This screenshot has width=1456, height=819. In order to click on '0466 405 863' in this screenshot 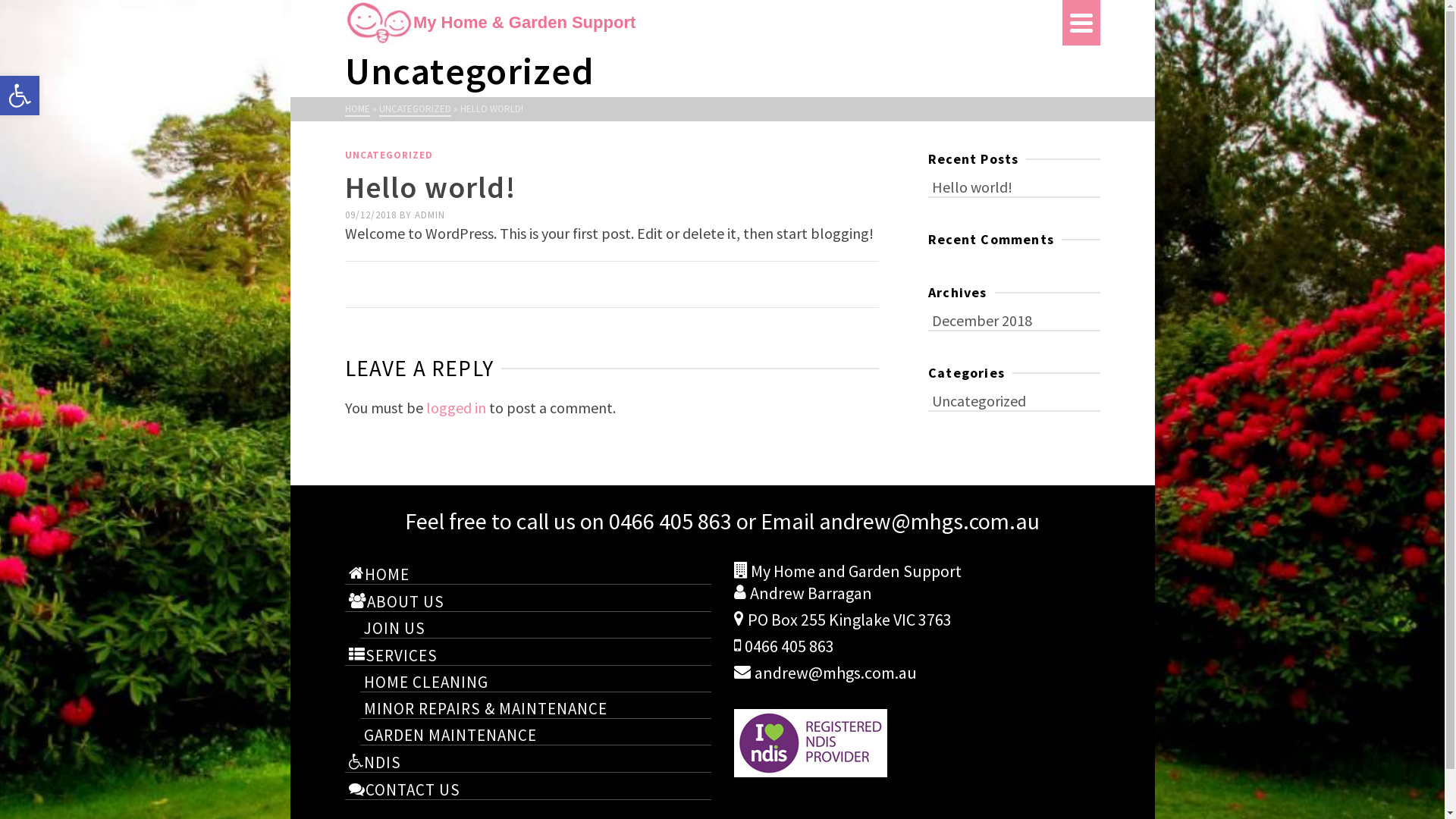, I will do `click(669, 520)`.